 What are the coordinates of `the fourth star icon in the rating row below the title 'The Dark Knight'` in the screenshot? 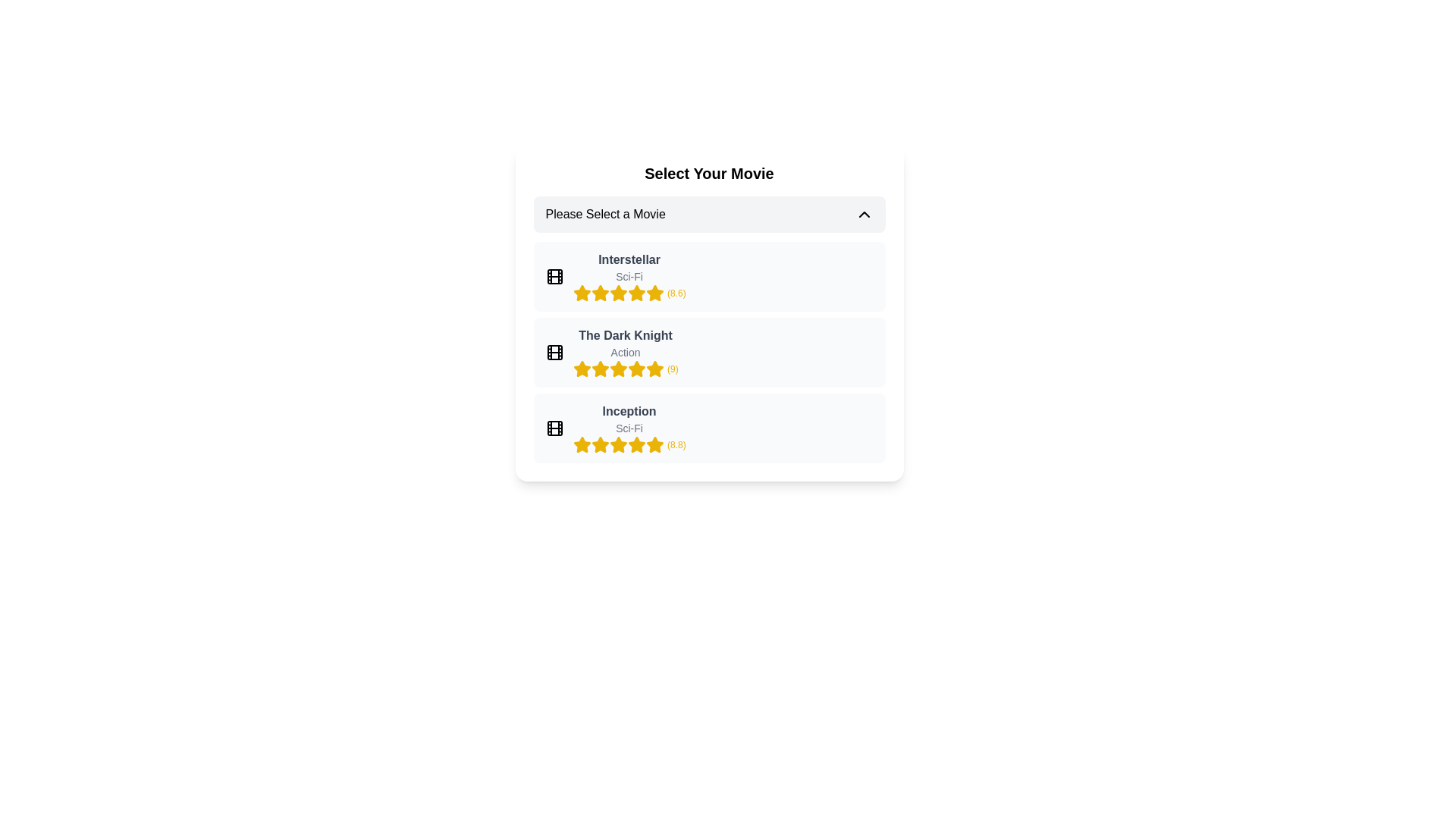 It's located at (618, 369).